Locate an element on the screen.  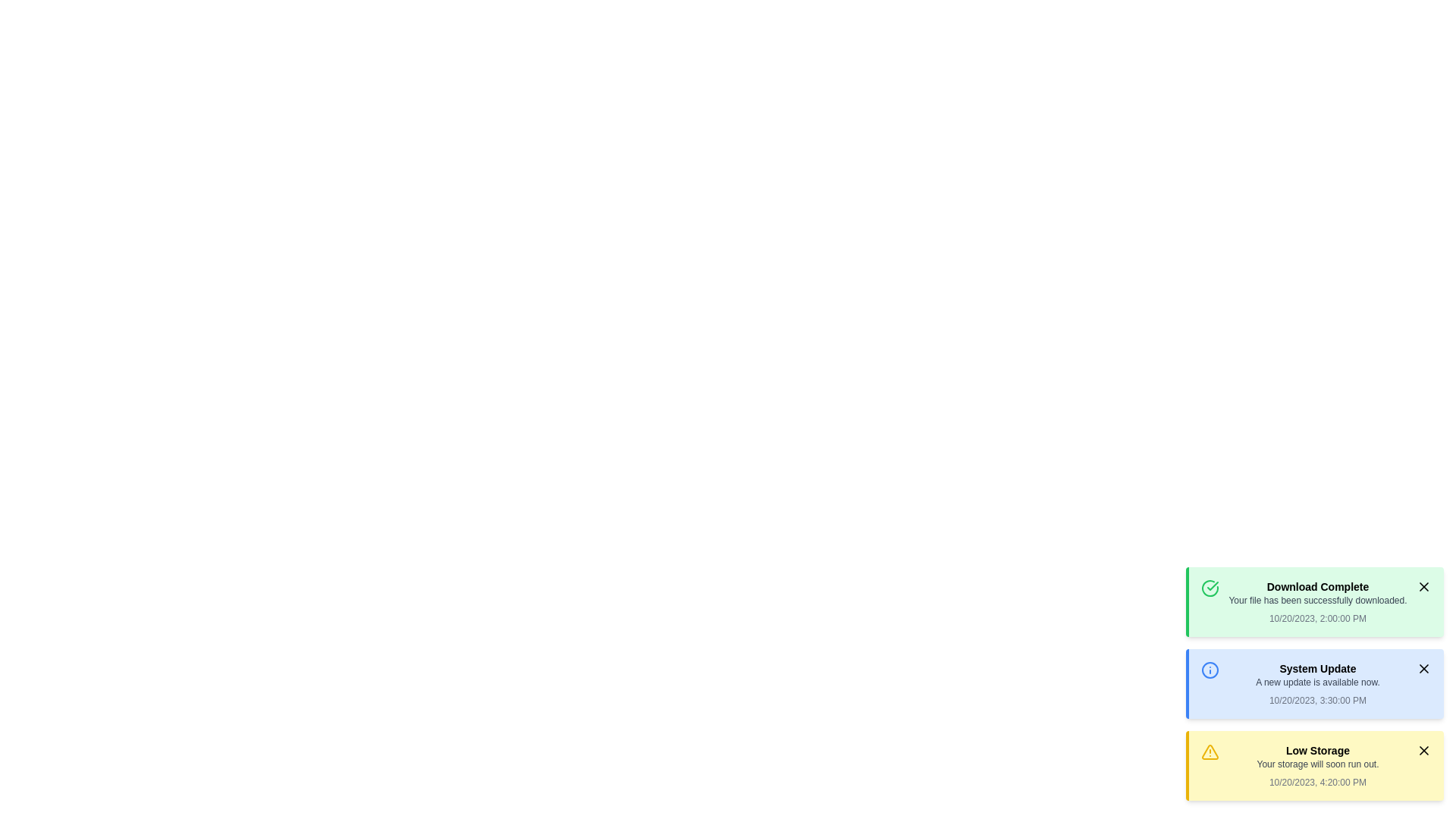
the 'Close' button icon located in the top right corner of the 'Download Complete' notification with a green background is located at coordinates (1423, 586).